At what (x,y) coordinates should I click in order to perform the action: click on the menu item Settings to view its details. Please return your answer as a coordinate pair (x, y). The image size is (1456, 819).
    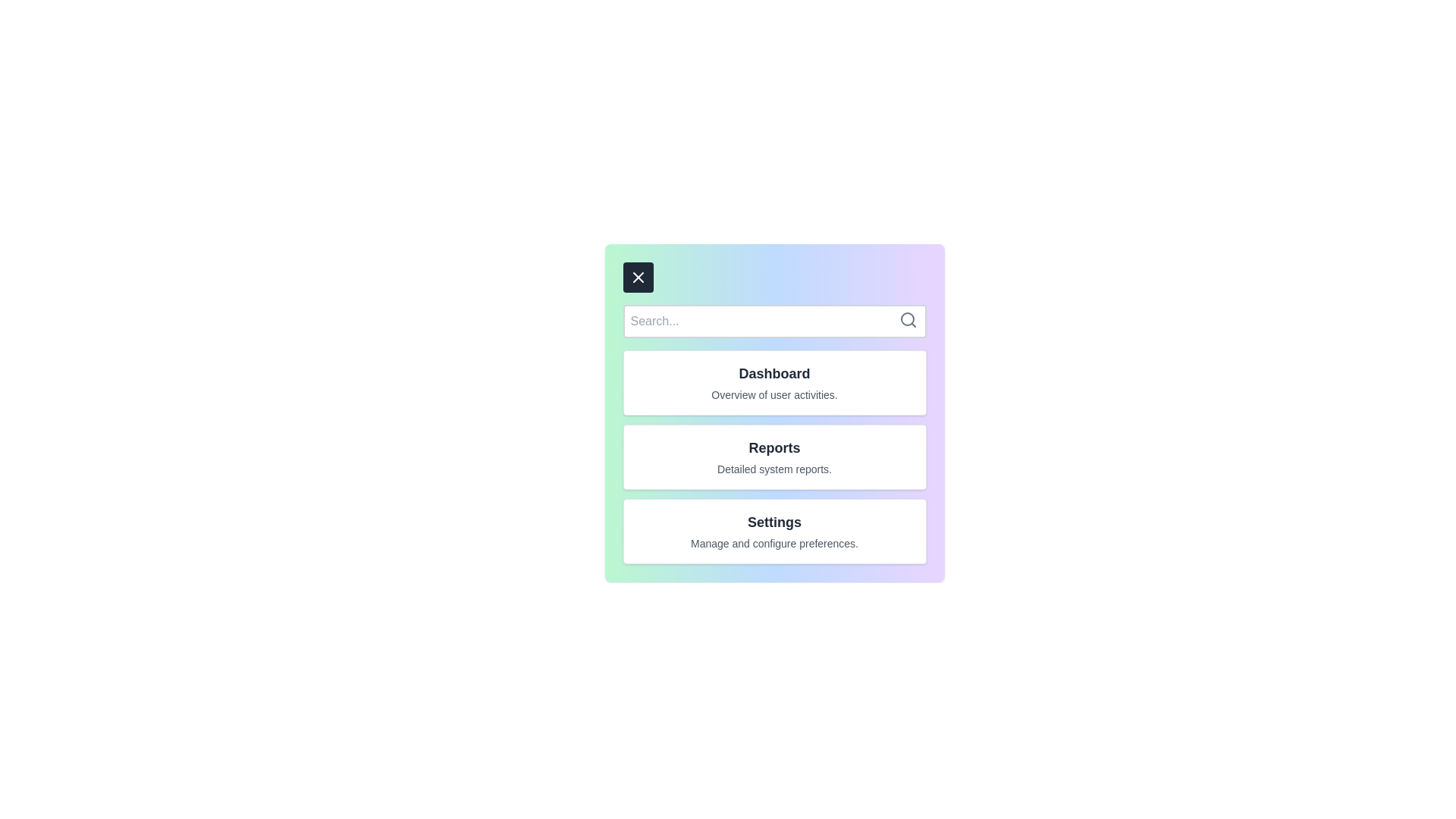
    Looking at the image, I should click on (774, 531).